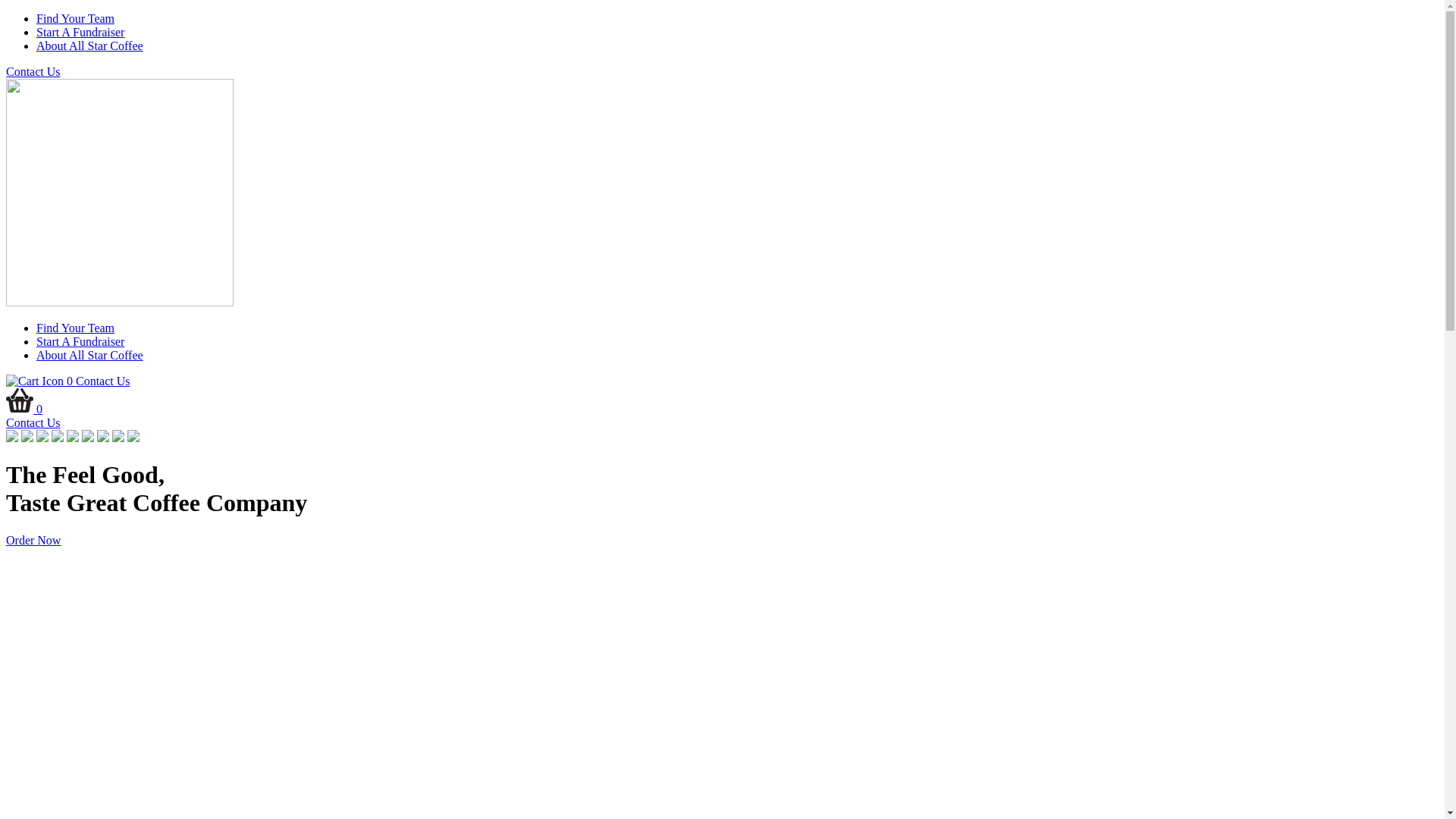 The width and height of the screenshot is (1456, 819). Describe the element at coordinates (89, 45) in the screenshot. I see `'About All Star Coffee'` at that location.